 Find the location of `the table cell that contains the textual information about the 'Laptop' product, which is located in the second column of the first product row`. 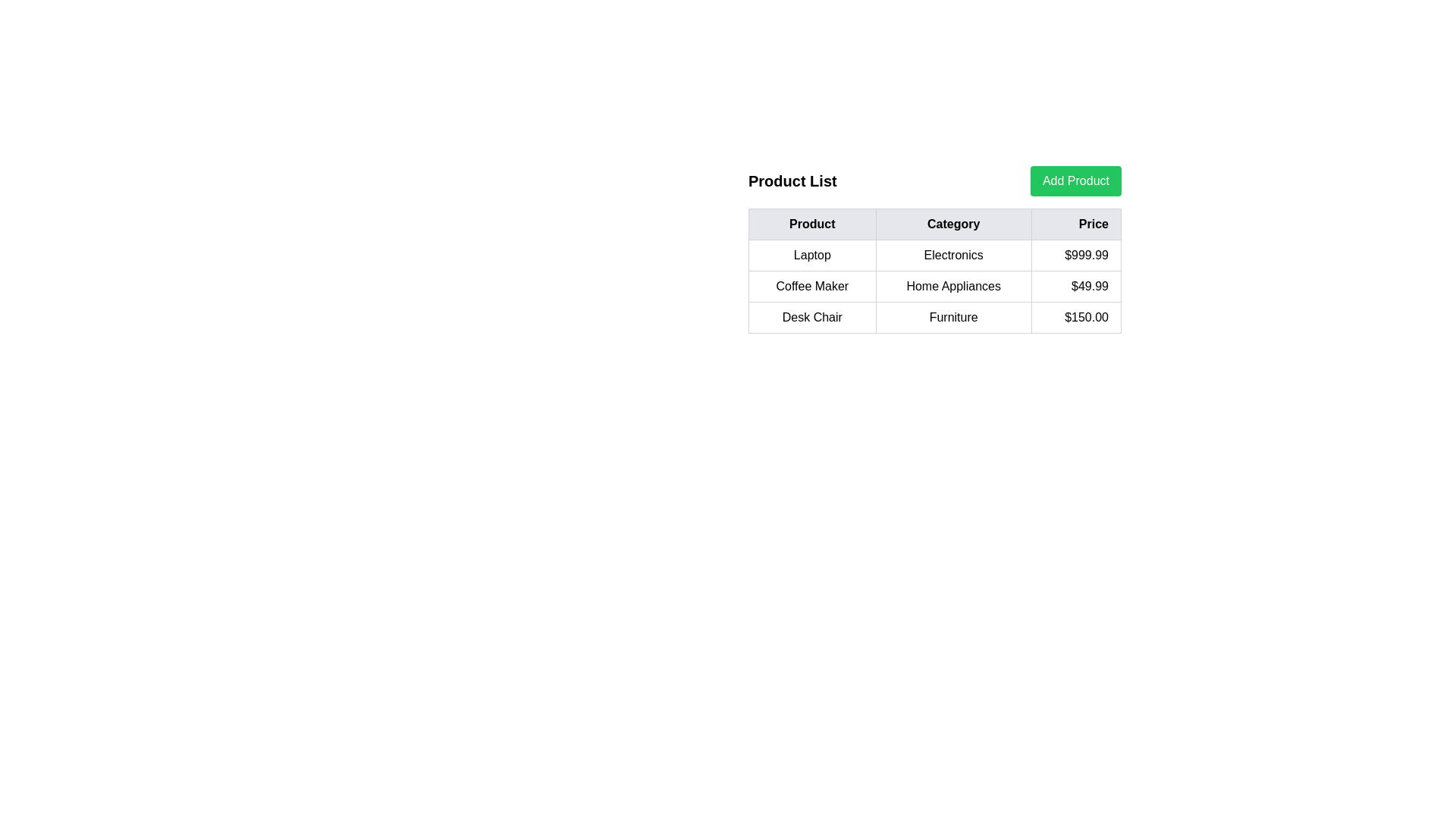

the table cell that contains the textual information about the 'Laptop' product, which is located in the second column of the first product row is located at coordinates (934, 249).